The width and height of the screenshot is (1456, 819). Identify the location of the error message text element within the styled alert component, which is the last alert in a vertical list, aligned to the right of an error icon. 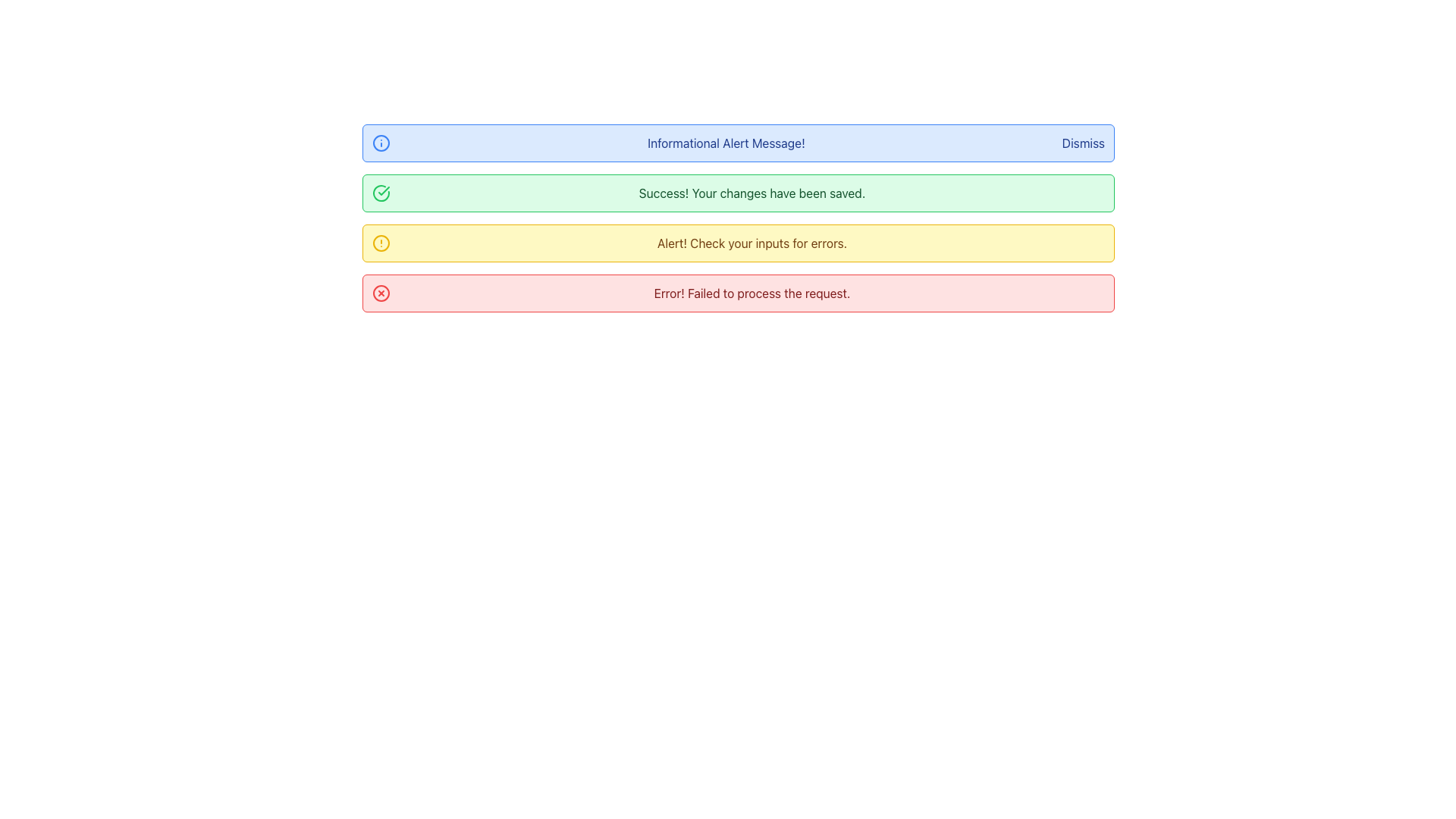
(752, 293).